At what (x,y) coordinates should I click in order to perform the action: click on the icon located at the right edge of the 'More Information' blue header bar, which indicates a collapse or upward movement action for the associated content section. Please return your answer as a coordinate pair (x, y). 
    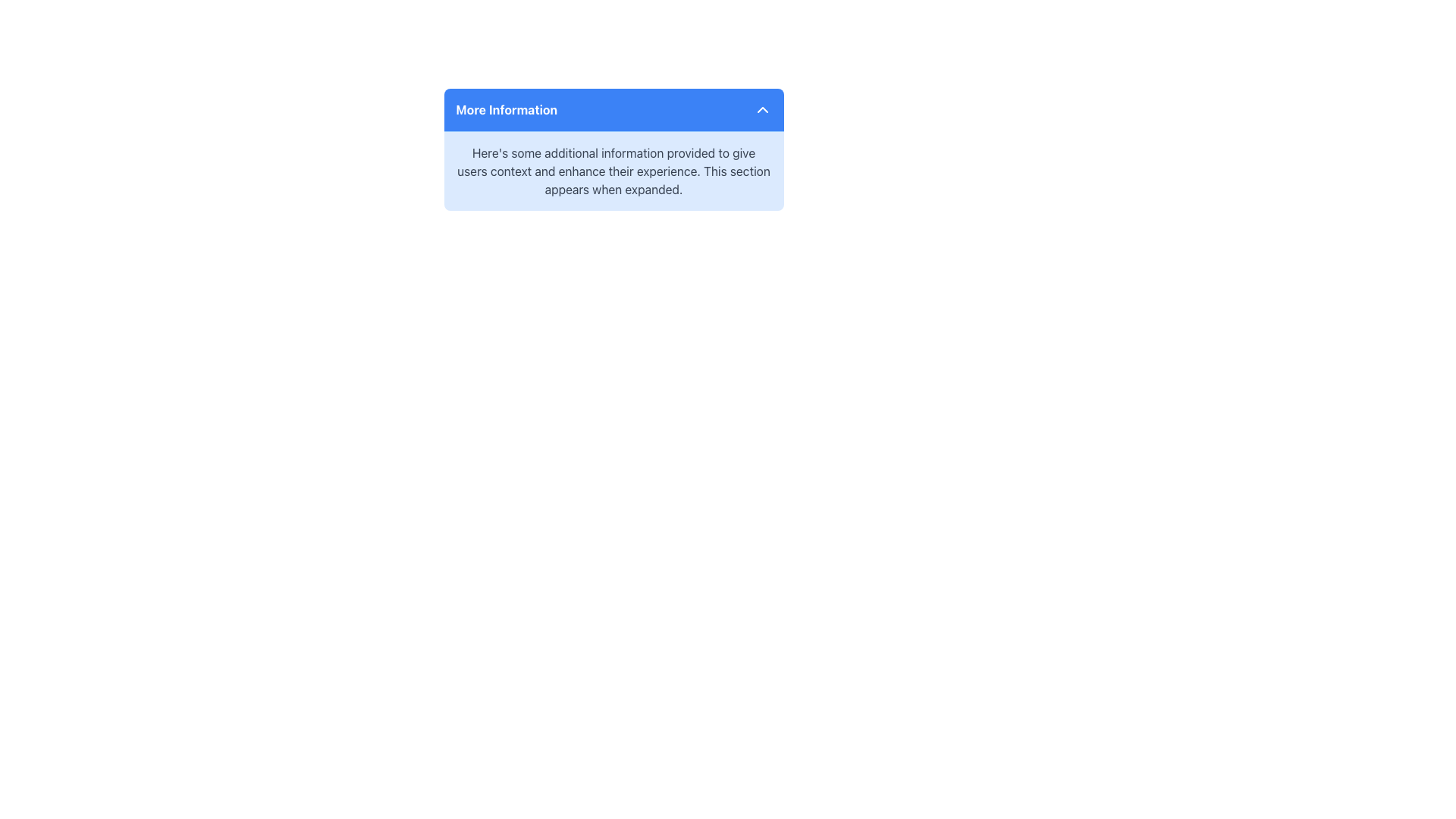
    Looking at the image, I should click on (762, 109).